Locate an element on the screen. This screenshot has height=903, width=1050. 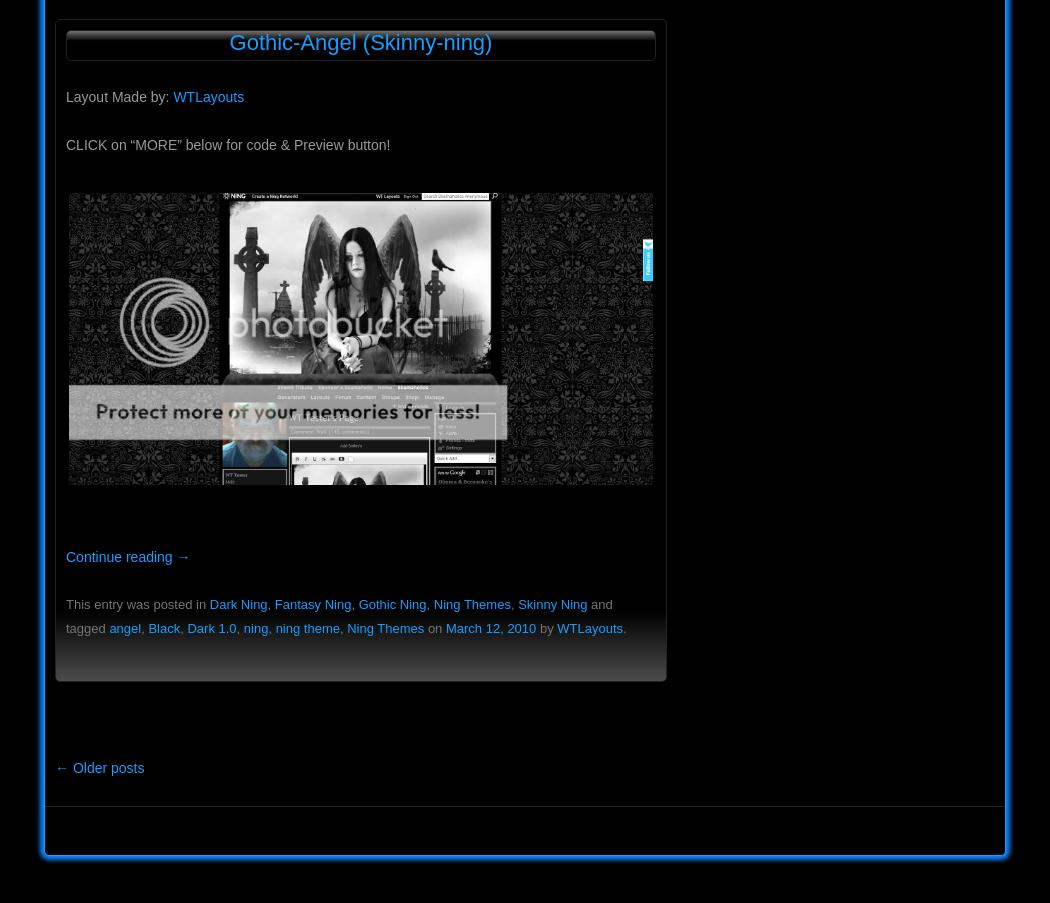
'ning theme' is located at coordinates (307, 628).